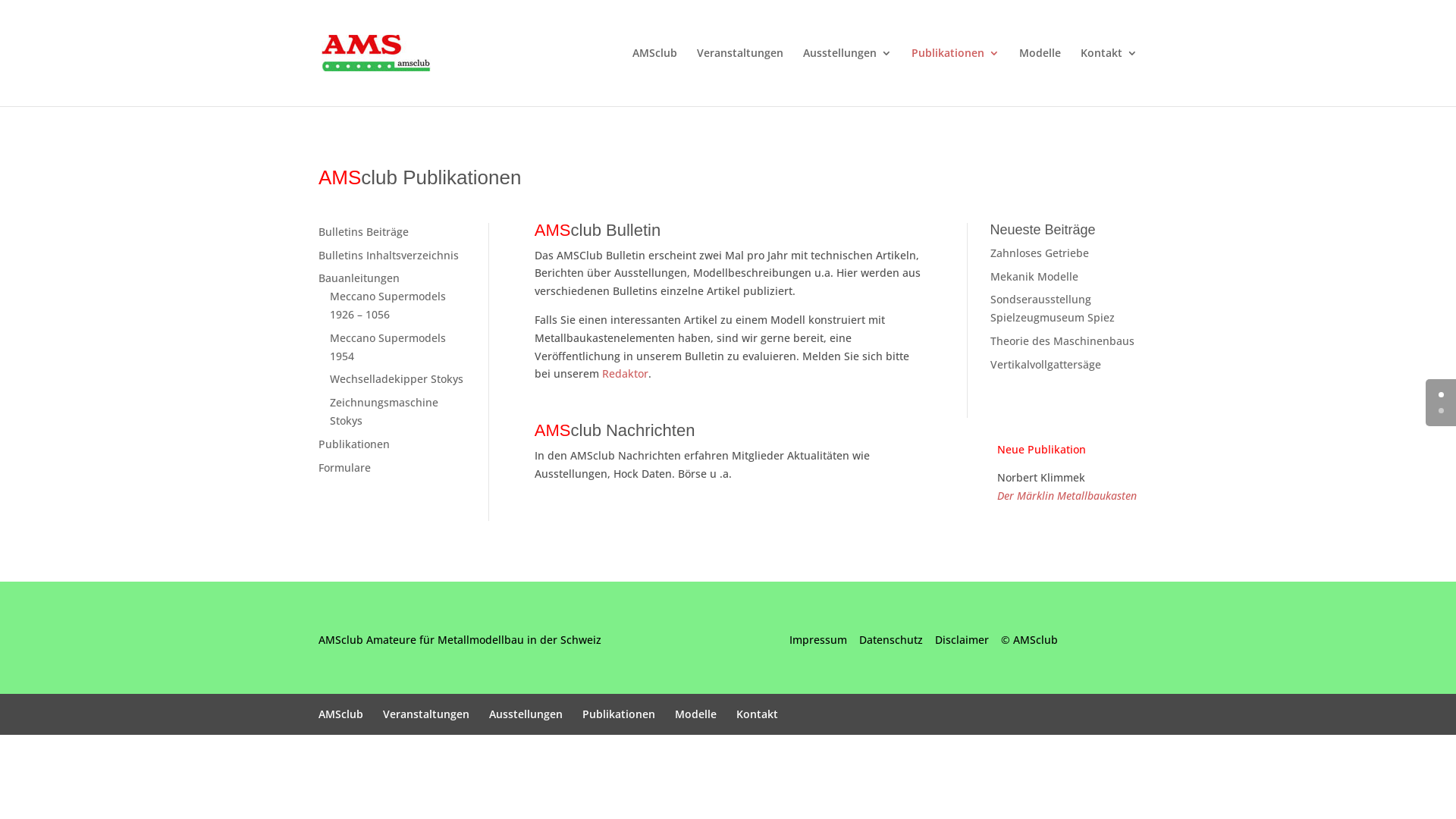 The width and height of the screenshot is (1456, 819). I want to click on 'Kontakt', so click(1109, 77).